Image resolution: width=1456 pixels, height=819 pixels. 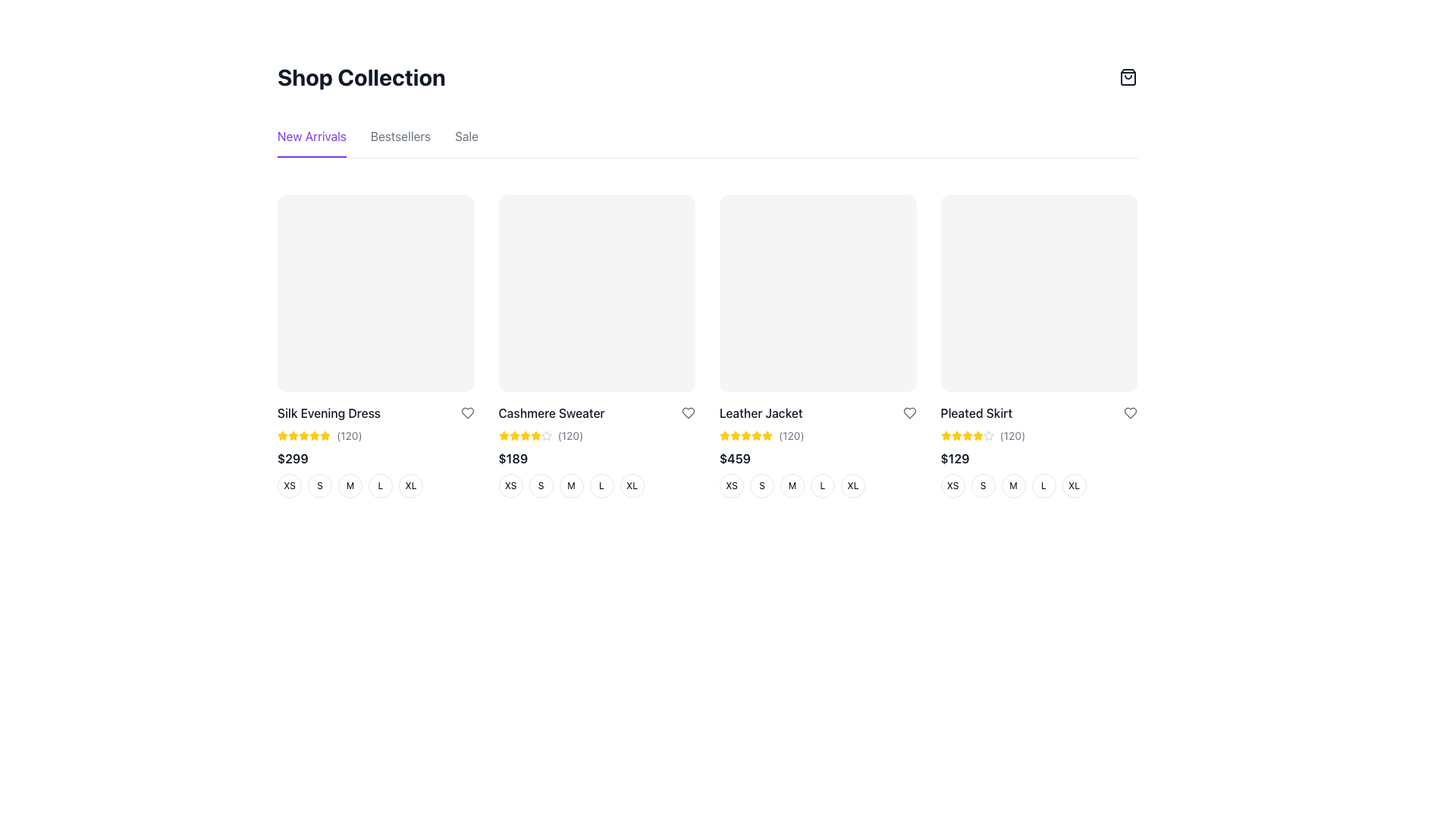 What do you see at coordinates (504, 435) in the screenshot?
I see `star-shaped yellow icon used for ratings located in the second product card from the left, specifically in the rating section below the product image and name` at bounding box center [504, 435].